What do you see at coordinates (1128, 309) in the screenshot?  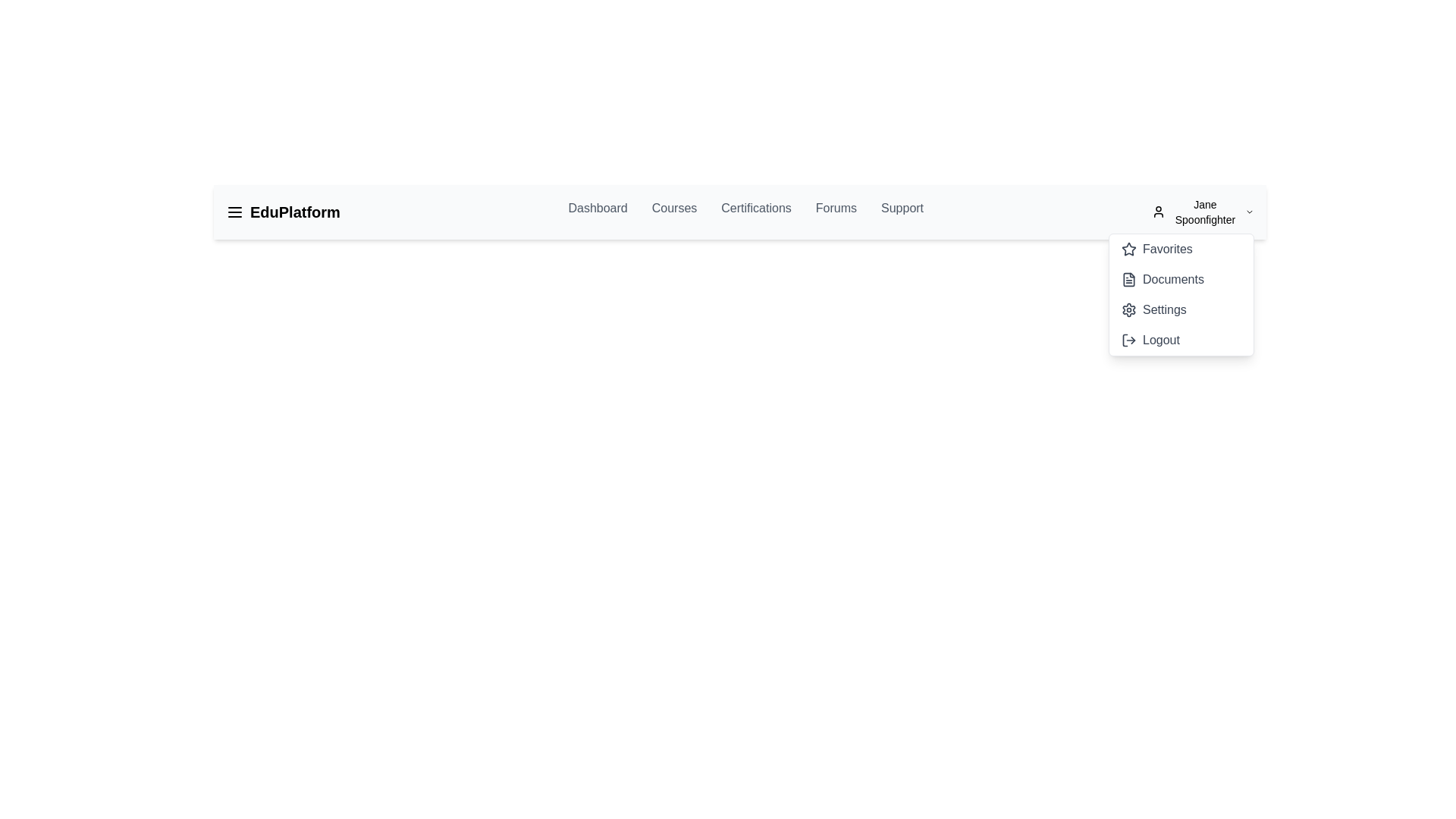 I see `the settings icon located in the dropdown menu at the upper-right corner of the interface` at bounding box center [1128, 309].